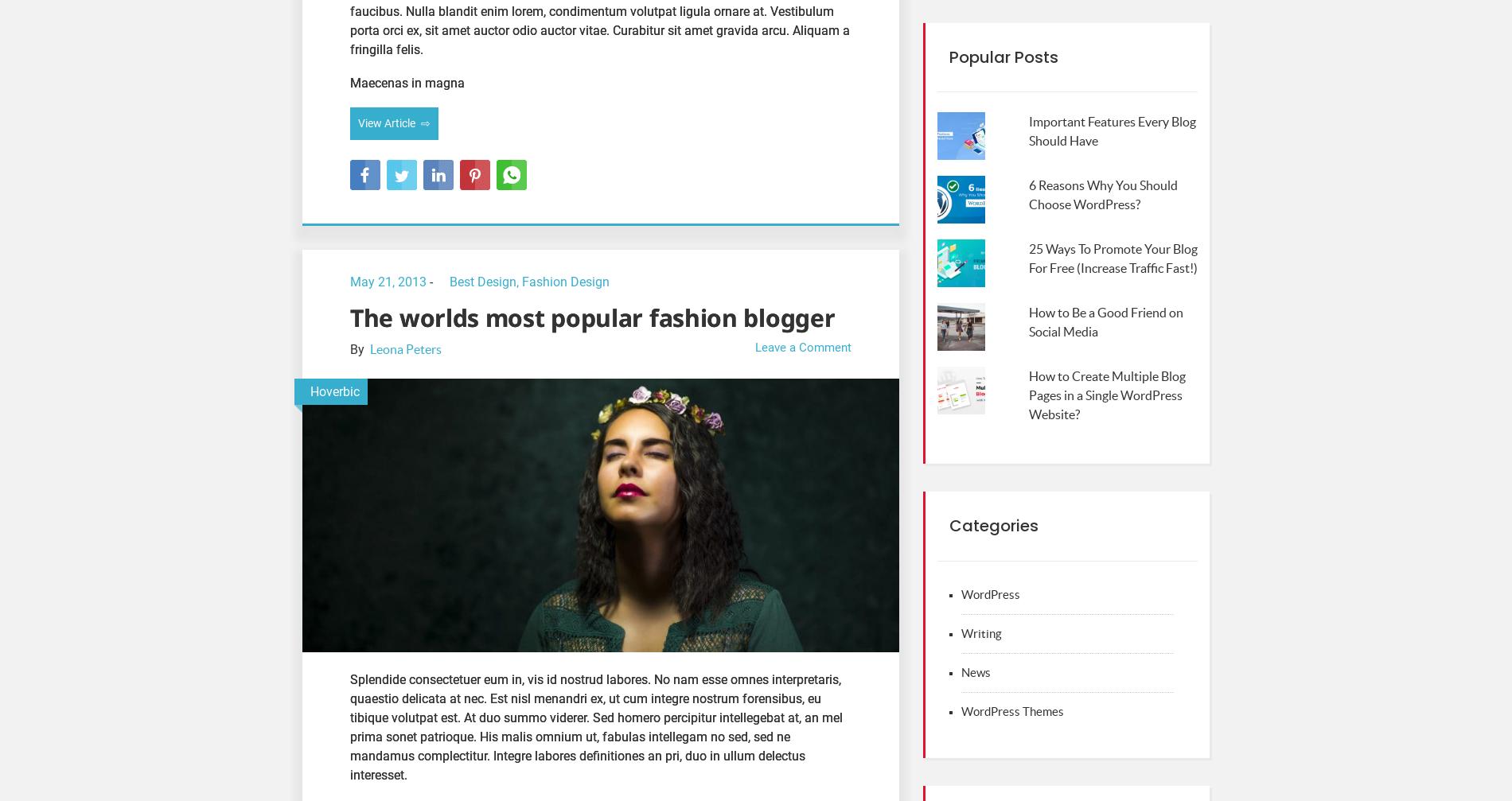 Image resolution: width=1512 pixels, height=801 pixels. I want to click on 'May 21, 2013', so click(388, 281).